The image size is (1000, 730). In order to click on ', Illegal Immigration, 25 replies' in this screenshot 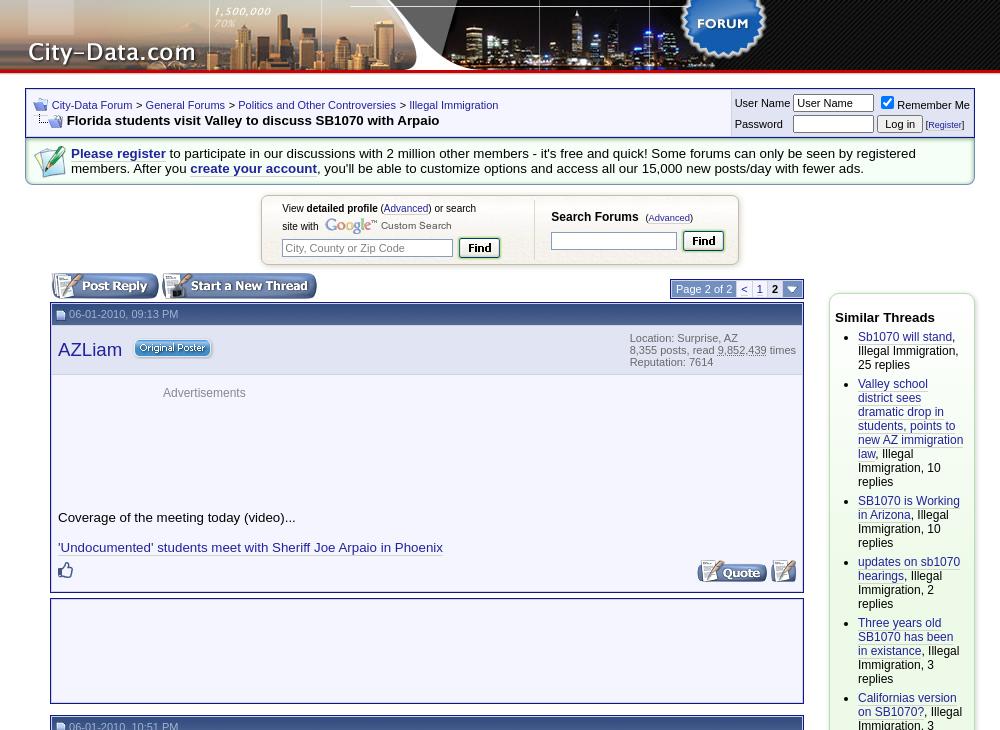, I will do `click(908, 350)`.